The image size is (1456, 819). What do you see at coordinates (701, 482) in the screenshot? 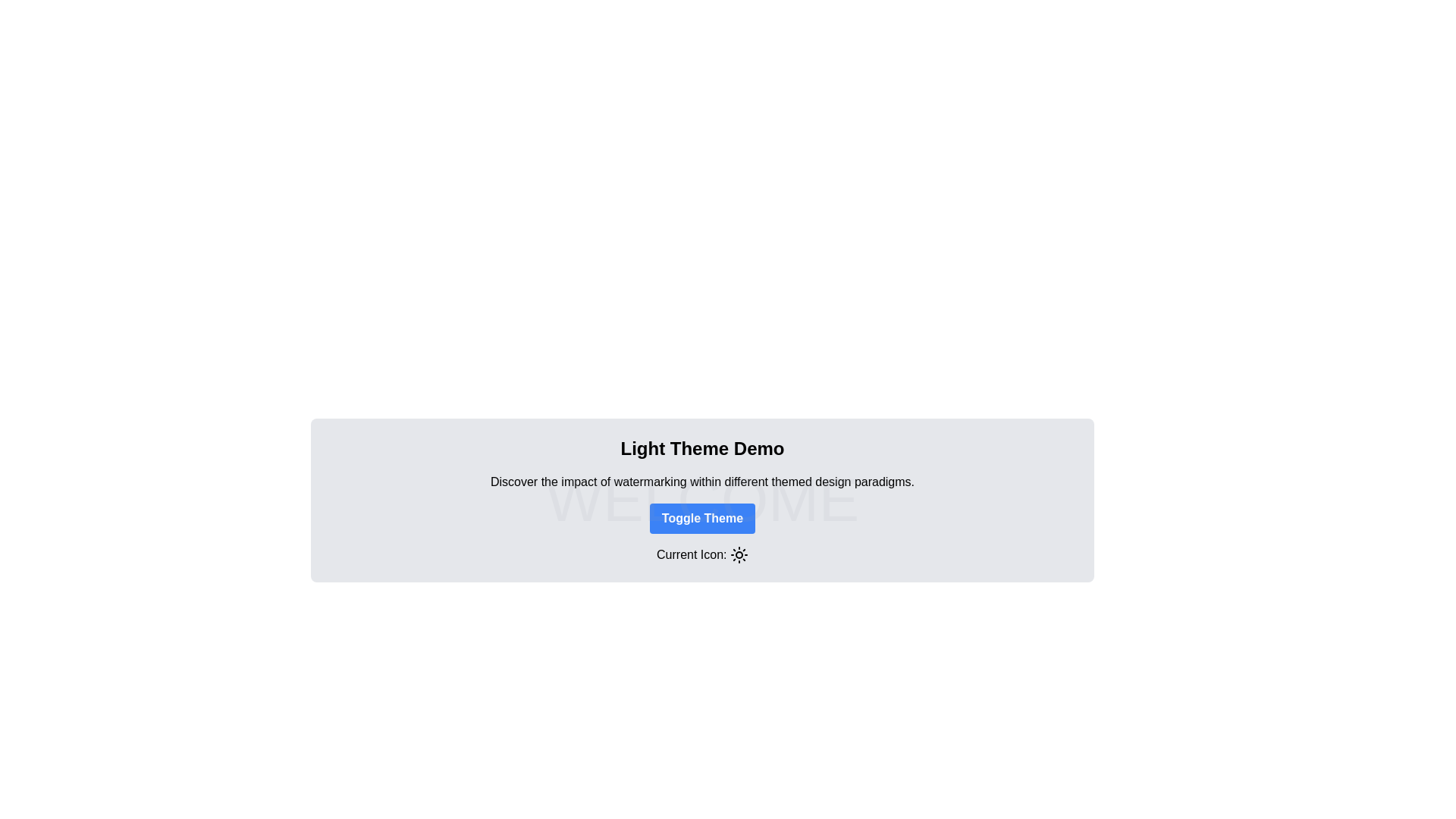
I see `the Text block that contains the sentence 'Discover the impact of watermarking within different themed design paradigms.' This Text block is positioned below the heading 'Light Theme Demo' and above the button labeled 'Toggle Theme.'` at bounding box center [701, 482].